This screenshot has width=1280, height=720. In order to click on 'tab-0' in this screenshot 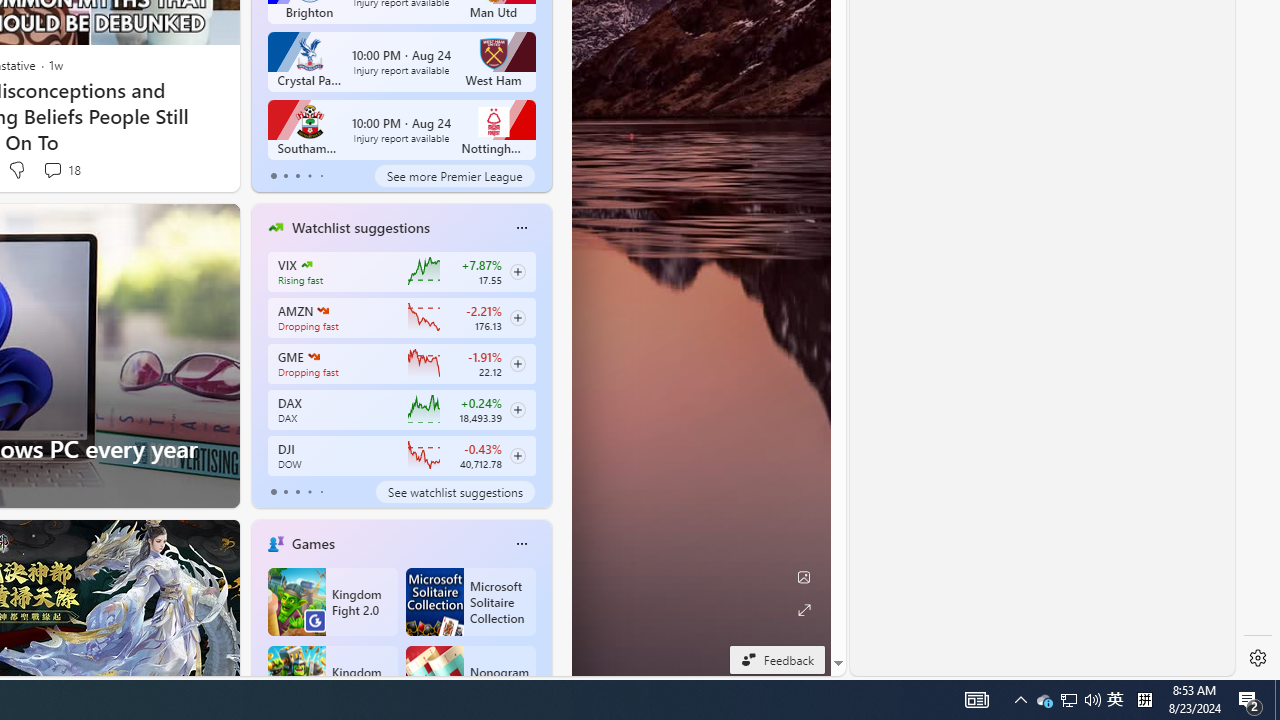, I will do `click(272, 492)`.